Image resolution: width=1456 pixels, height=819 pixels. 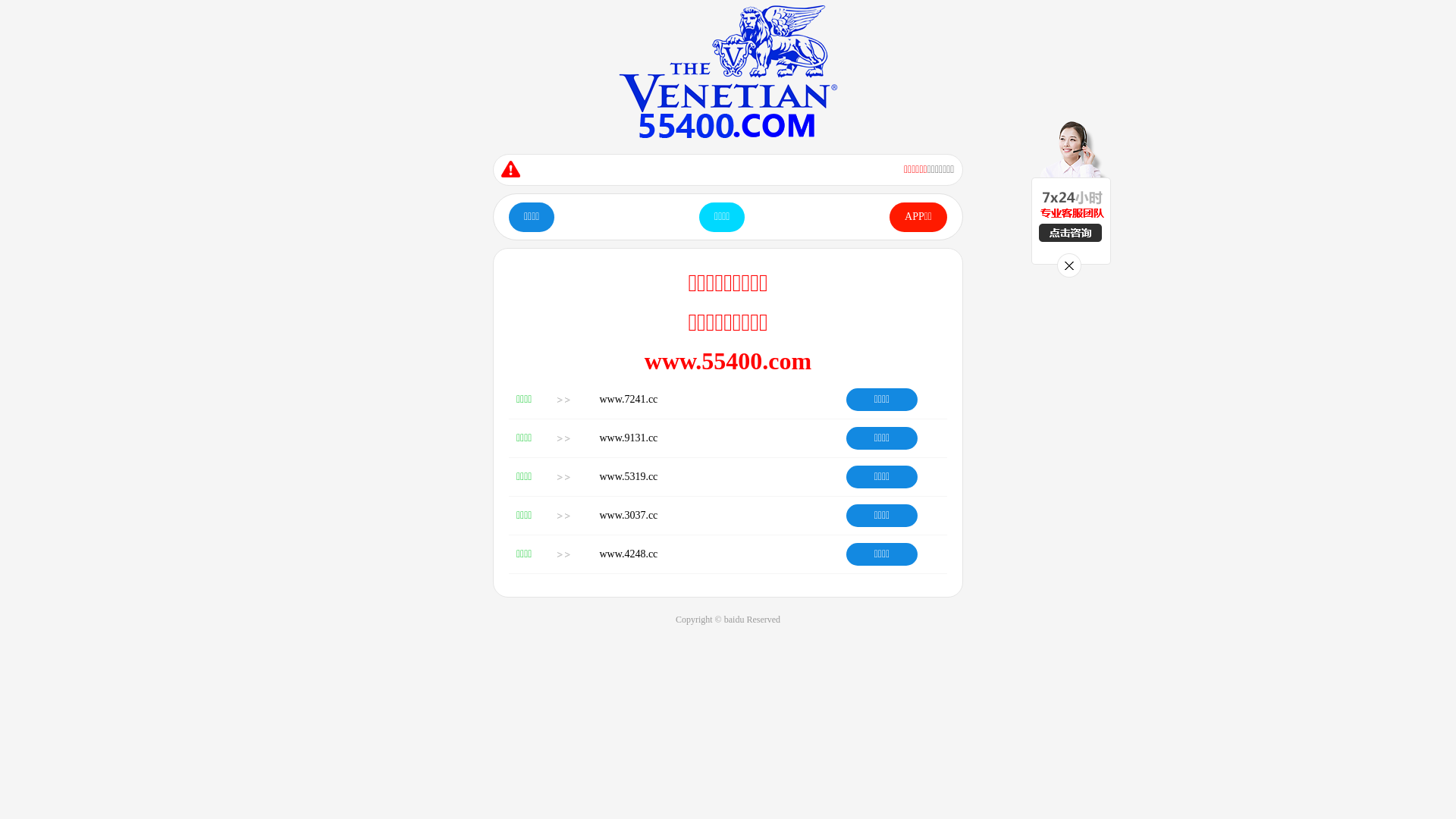 What do you see at coordinates (628, 554) in the screenshot?
I see `'www.4248.cc'` at bounding box center [628, 554].